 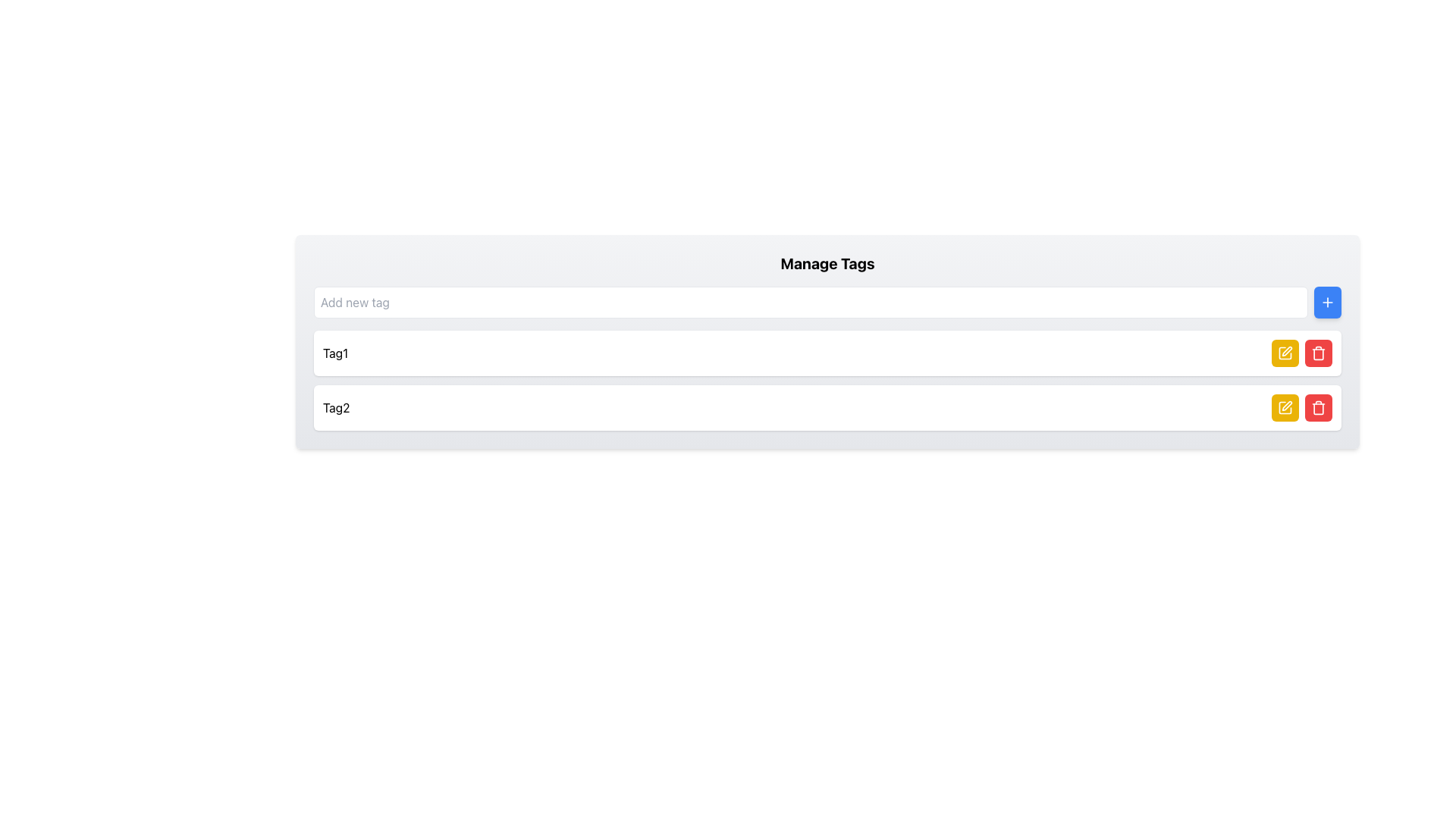 I want to click on the middle element of the SVG trash icon, which signifies a delete action, located in the rightmost column of the user interface, so click(x=1317, y=408).